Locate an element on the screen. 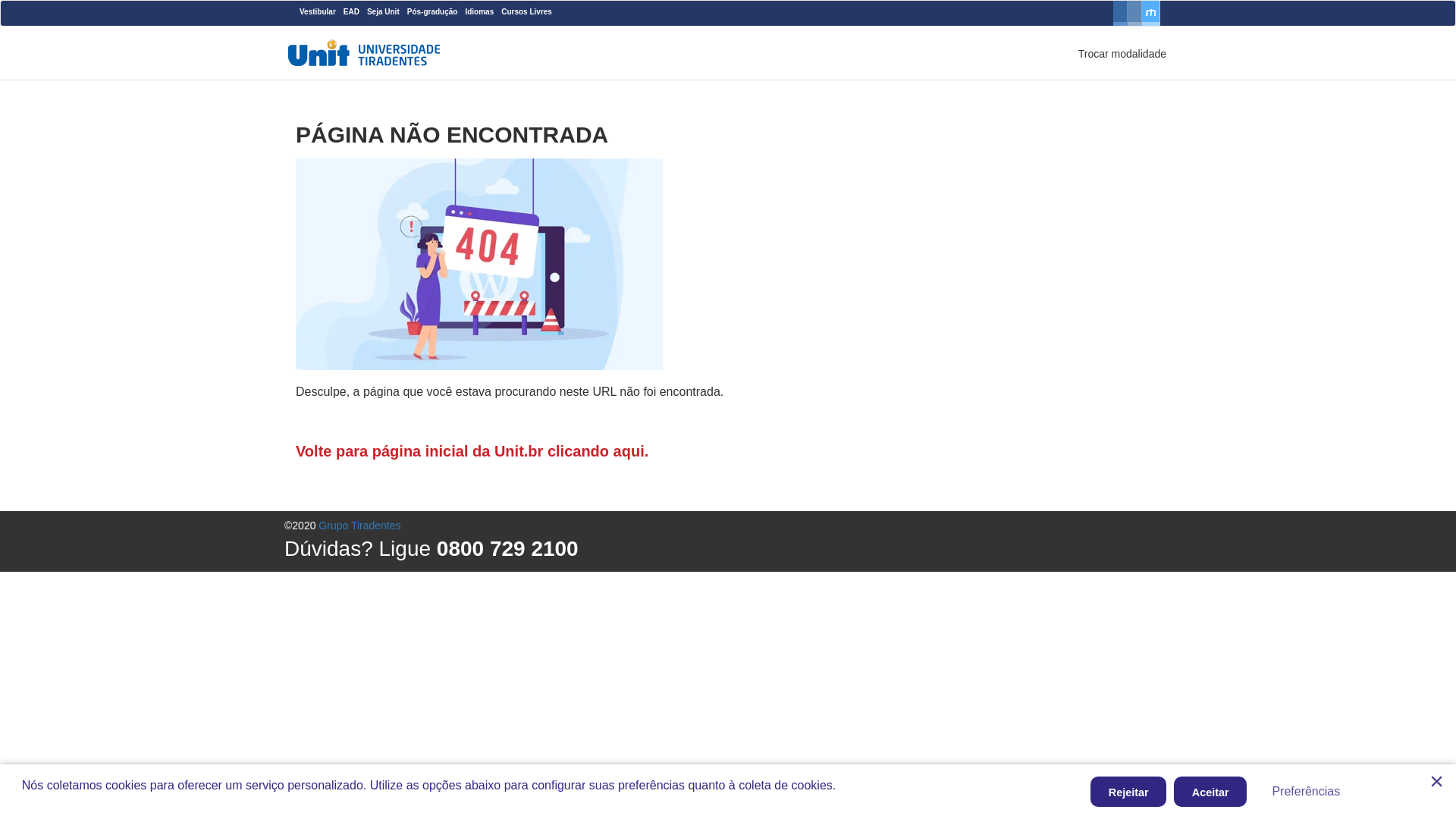 The width and height of the screenshot is (1456, 819). 'Seja Unit' is located at coordinates (383, 11).